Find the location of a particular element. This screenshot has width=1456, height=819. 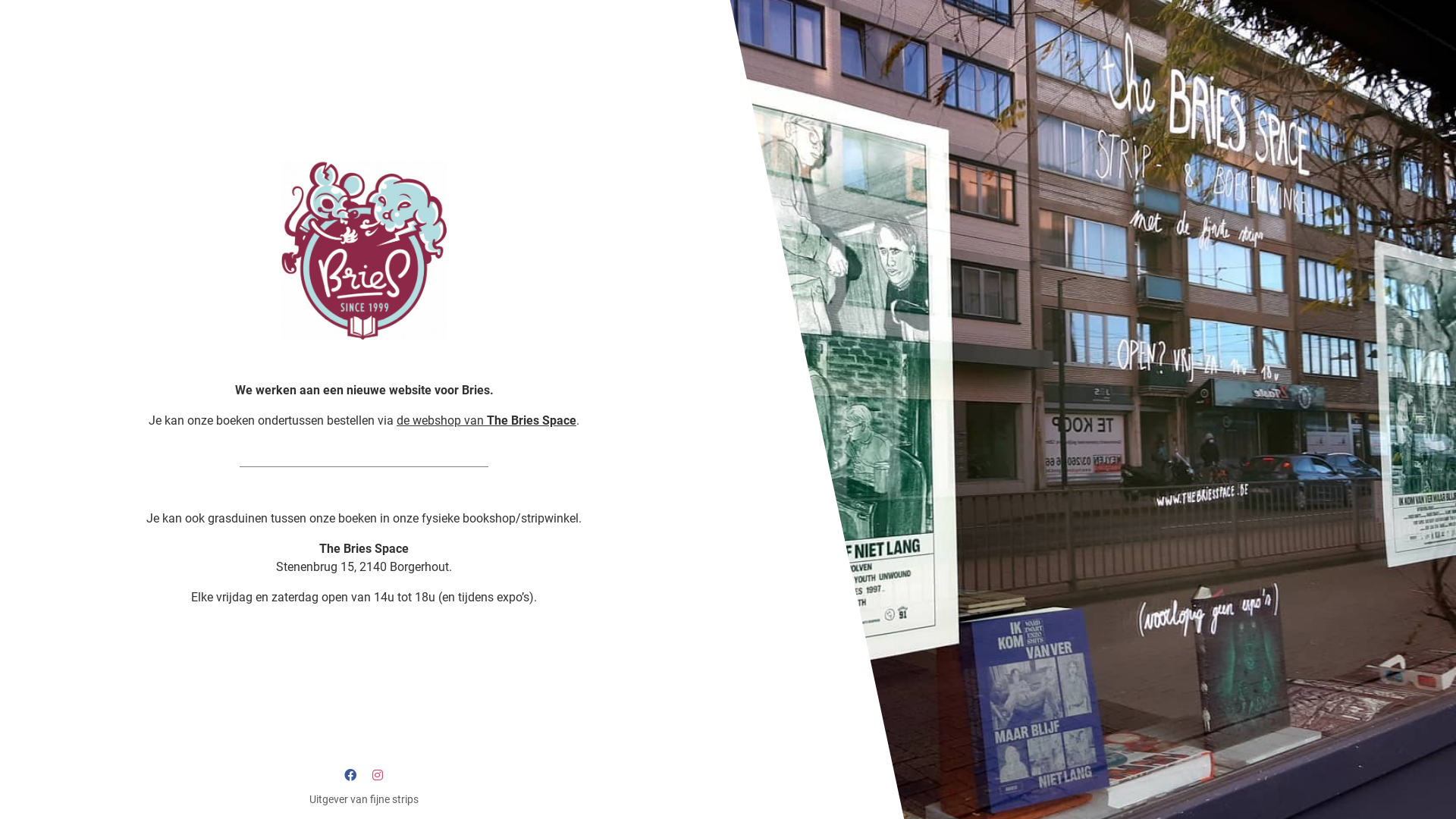

'de webshop van The Bries Space' is located at coordinates (486, 420).